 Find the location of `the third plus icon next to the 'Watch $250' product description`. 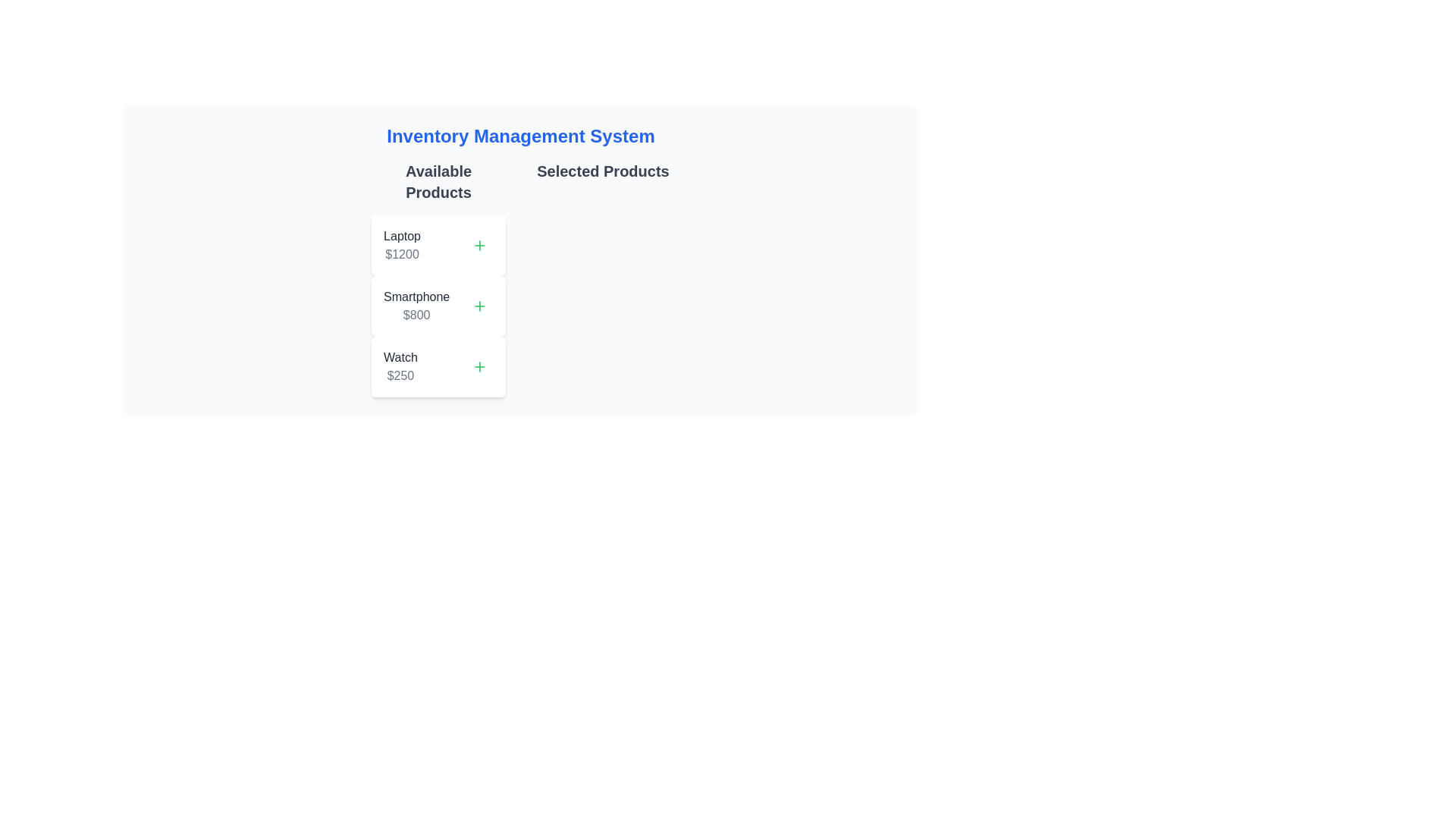

the third plus icon next to the 'Watch $250' product description is located at coordinates (479, 366).